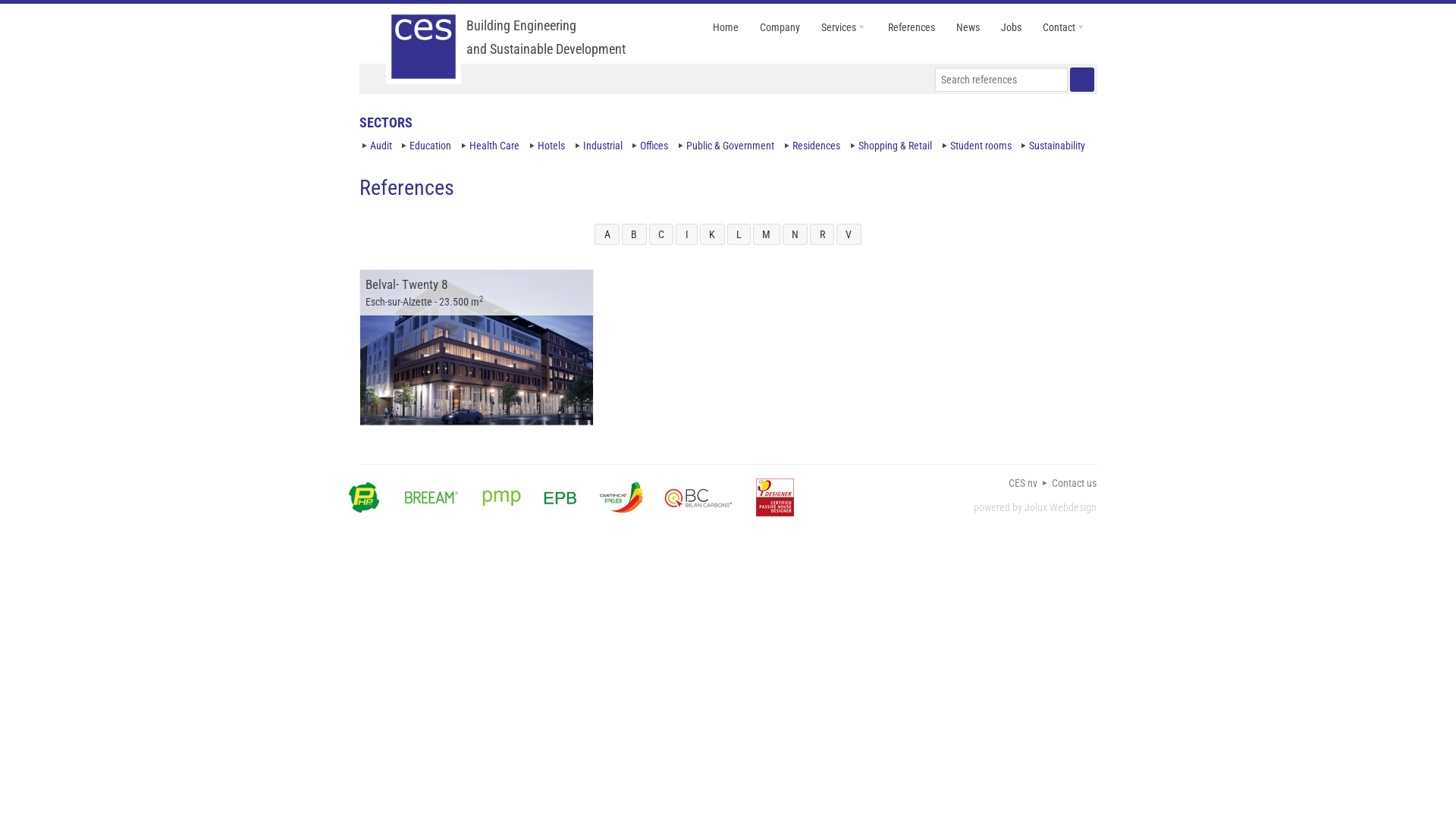 The image size is (1456, 819). Describe the element at coordinates (967, 27) in the screenshot. I see `'News'` at that location.